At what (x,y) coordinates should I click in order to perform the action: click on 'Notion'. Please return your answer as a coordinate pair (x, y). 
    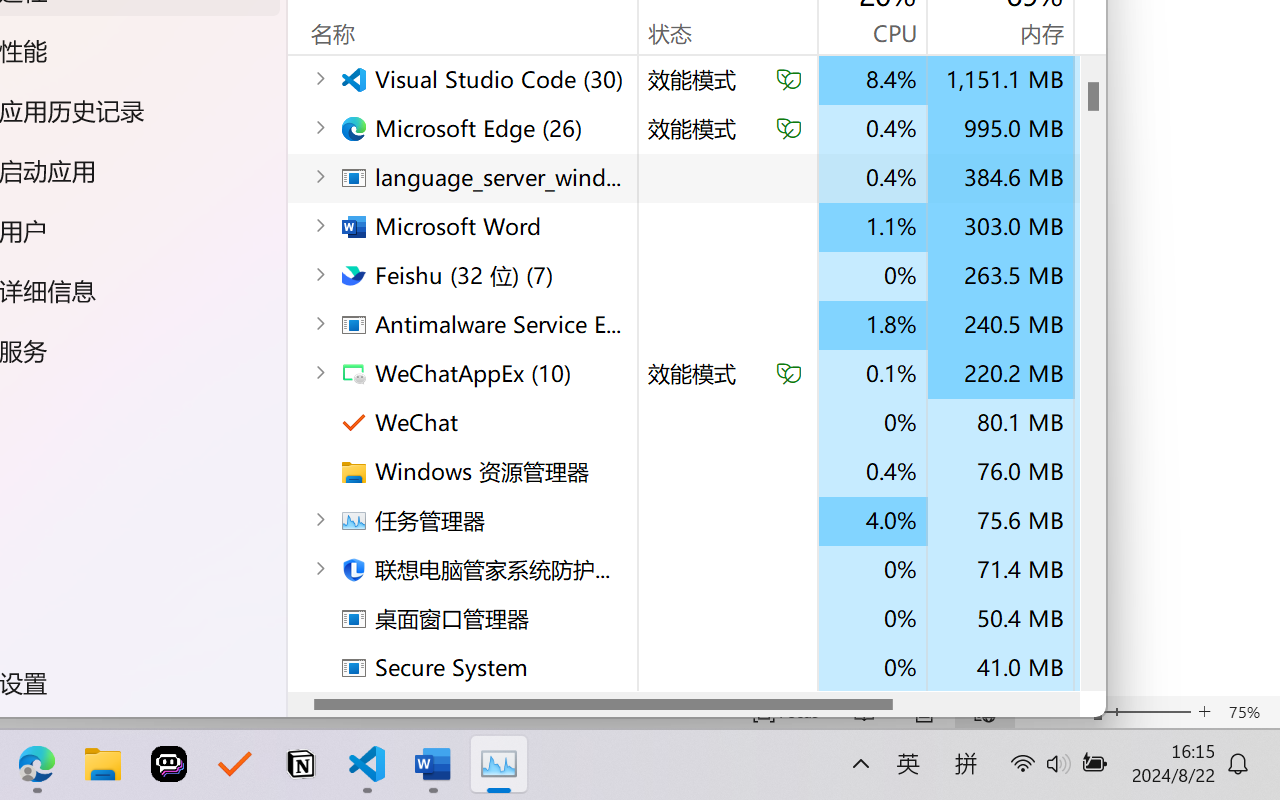
    Looking at the image, I should click on (299, 764).